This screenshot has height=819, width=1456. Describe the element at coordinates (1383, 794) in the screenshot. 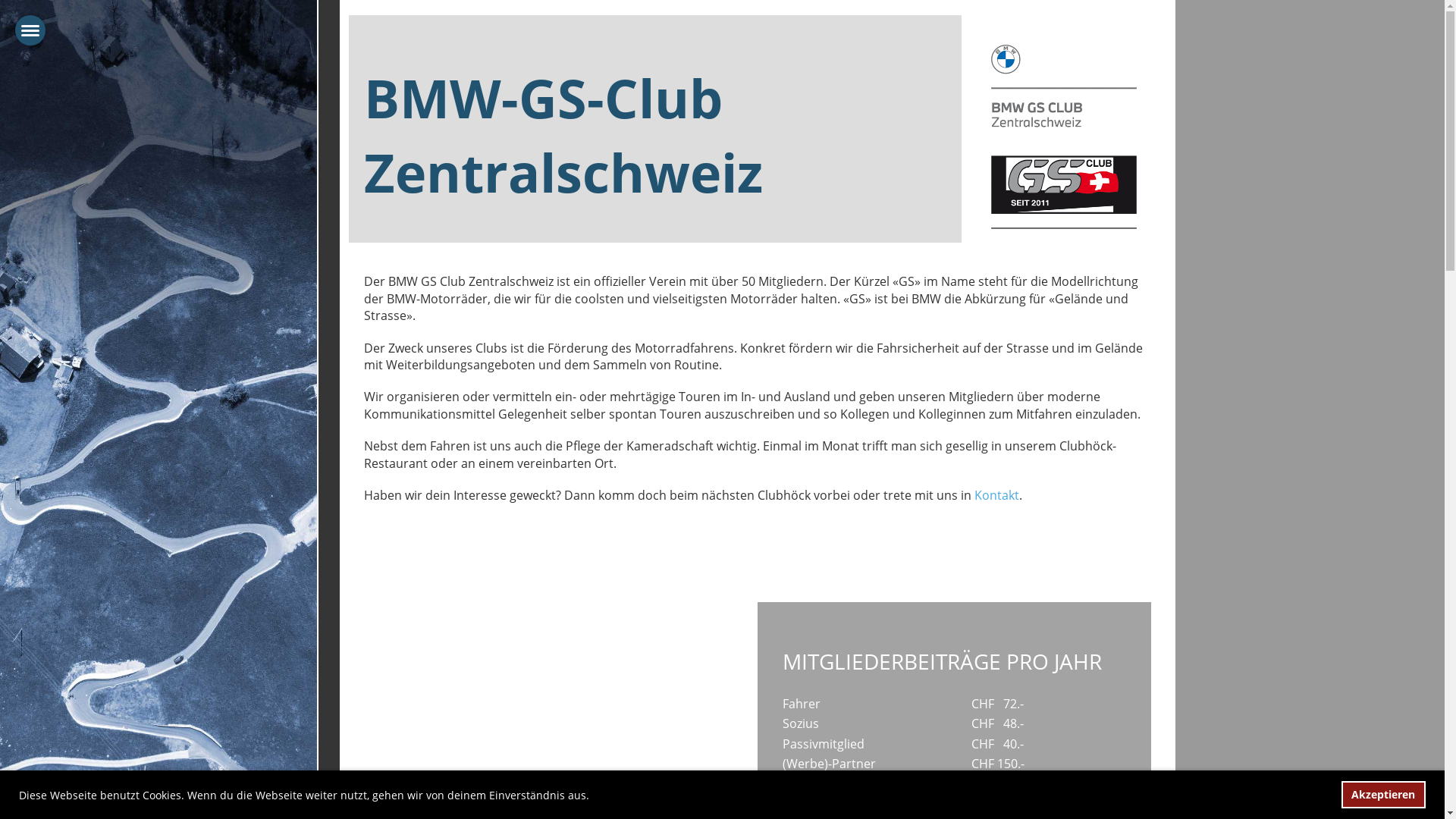

I see `'Akzeptieren'` at that location.